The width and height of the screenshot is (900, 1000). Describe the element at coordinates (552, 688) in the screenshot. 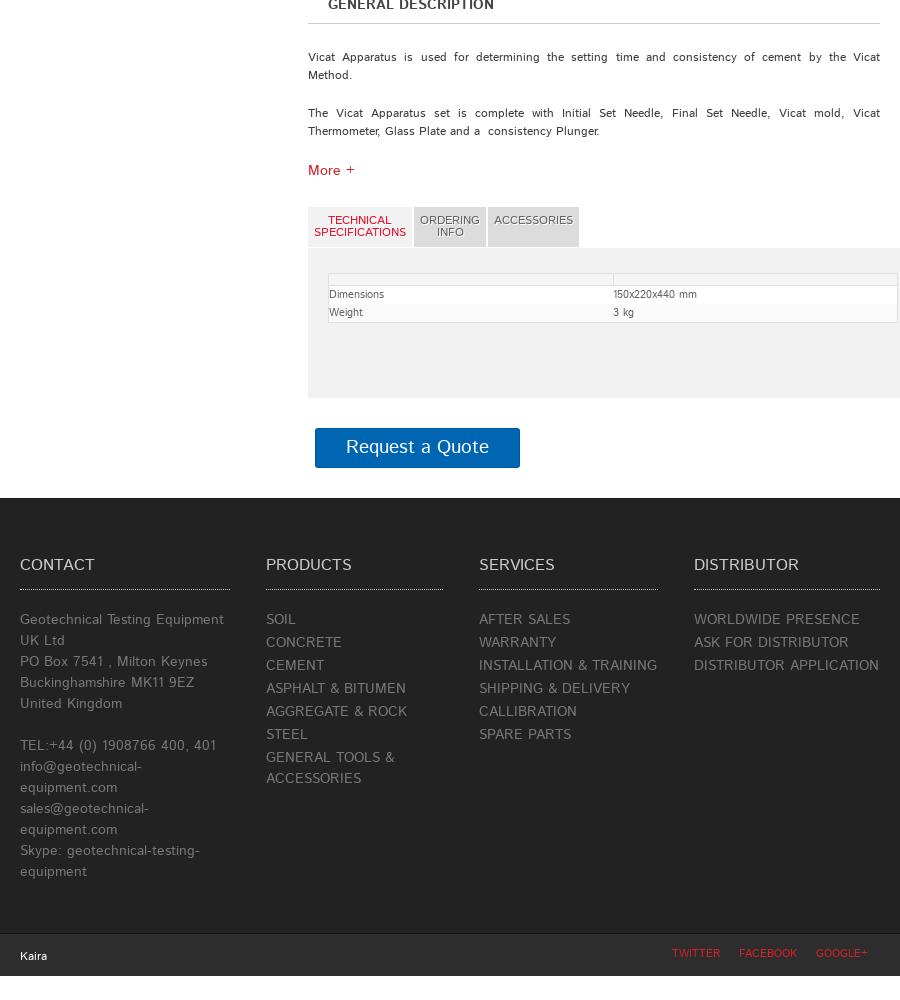

I see `'SHIPPING & DELIVERY'` at that location.